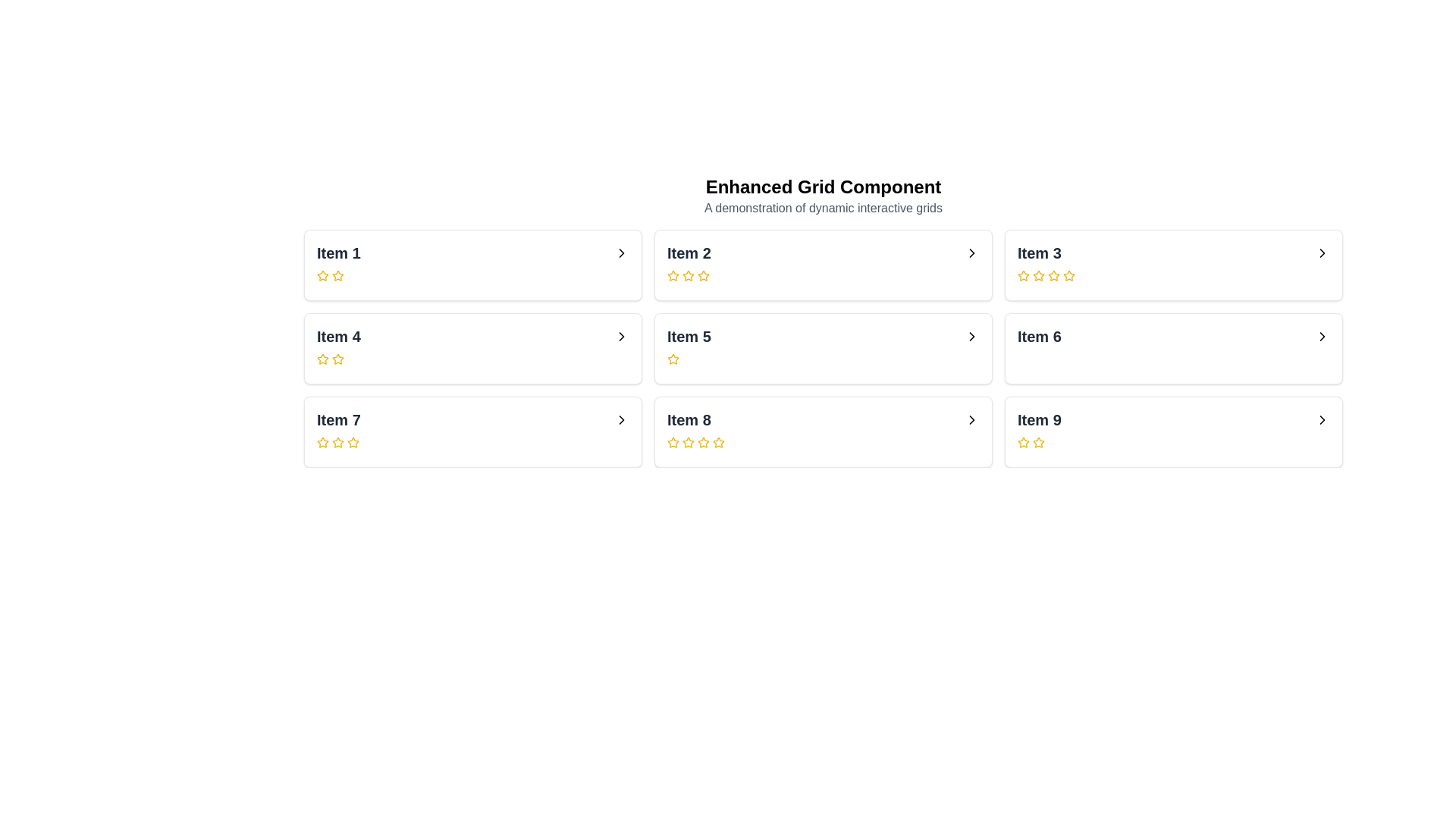 This screenshot has height=819, width=1456. Describe the element at coordinates (322, 442) in the screenshot. I see `the leftmost star icon in the Star-shaped rating indicator for 'Item 7'` at that location.